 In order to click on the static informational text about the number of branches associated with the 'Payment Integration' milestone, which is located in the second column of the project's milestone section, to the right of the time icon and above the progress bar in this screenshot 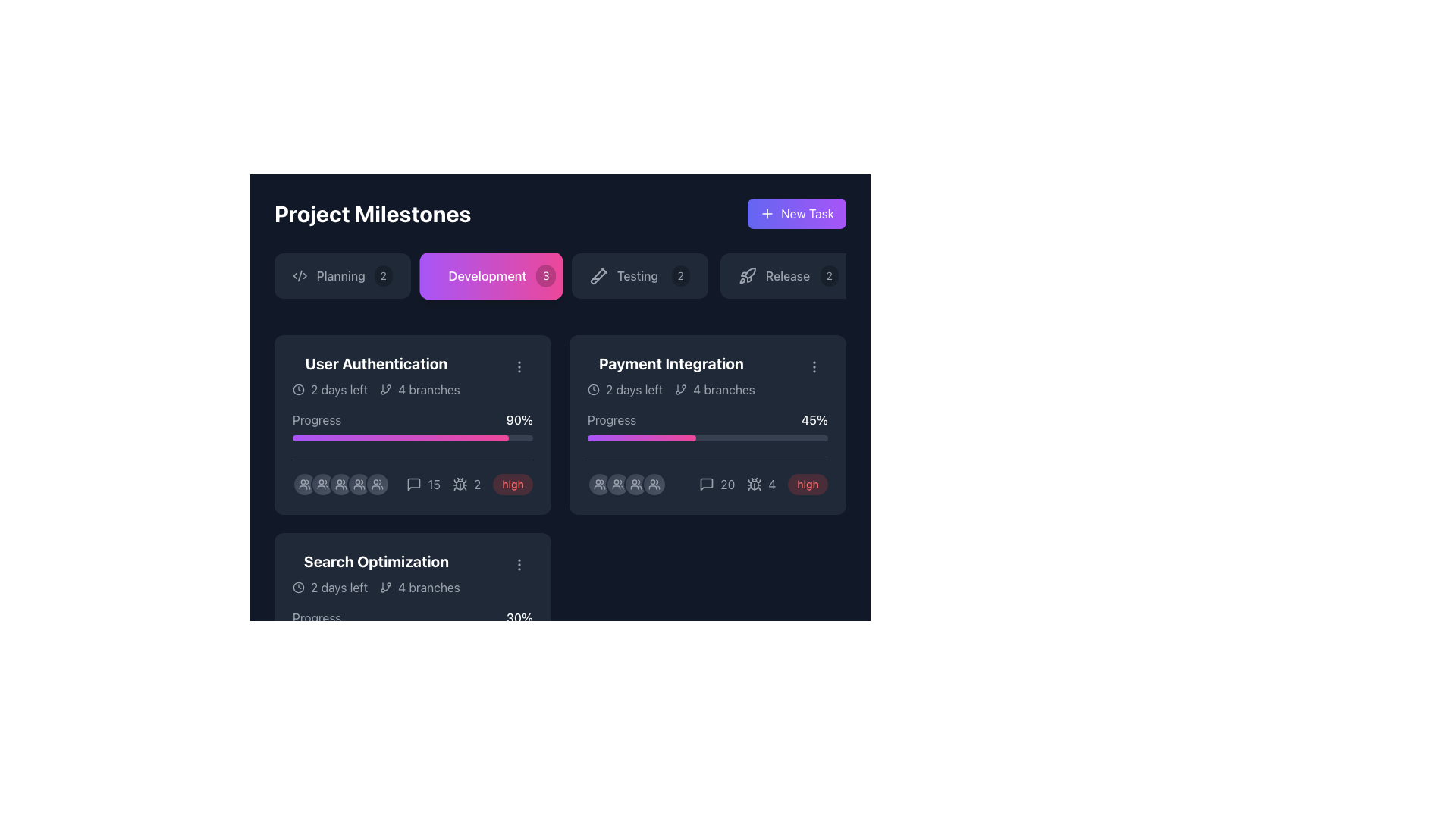, I will do `click(714, 388)`.